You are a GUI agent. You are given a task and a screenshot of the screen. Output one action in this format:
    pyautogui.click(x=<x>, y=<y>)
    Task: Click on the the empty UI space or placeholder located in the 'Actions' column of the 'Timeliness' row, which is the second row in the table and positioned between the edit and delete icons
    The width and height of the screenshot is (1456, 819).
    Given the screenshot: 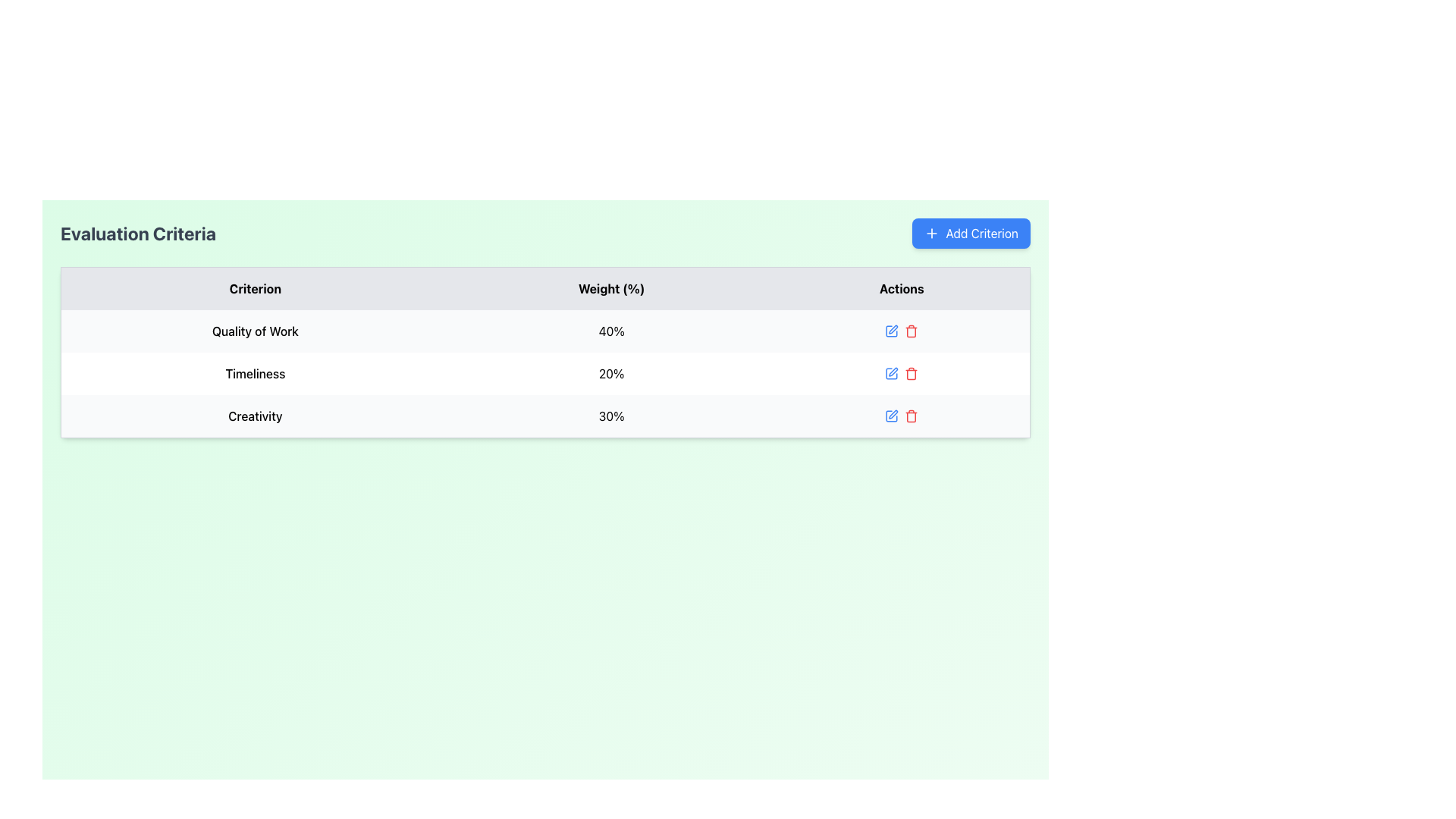 What is the action you would take?
    pyautogui.click(x=902, y=374)
    